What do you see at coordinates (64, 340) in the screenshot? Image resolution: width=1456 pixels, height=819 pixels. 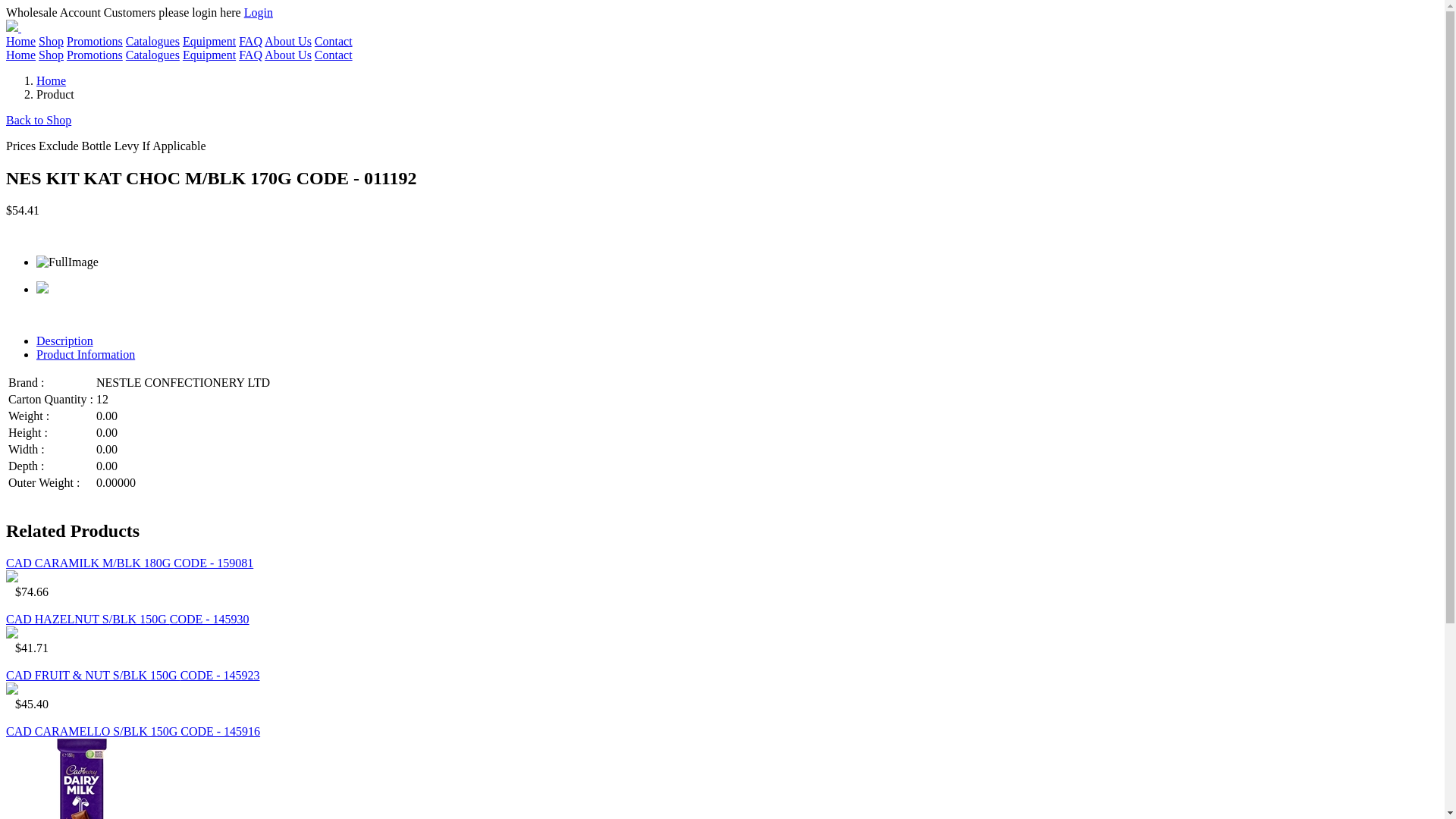 I see `'Description'` at bounding box center [64, 340].